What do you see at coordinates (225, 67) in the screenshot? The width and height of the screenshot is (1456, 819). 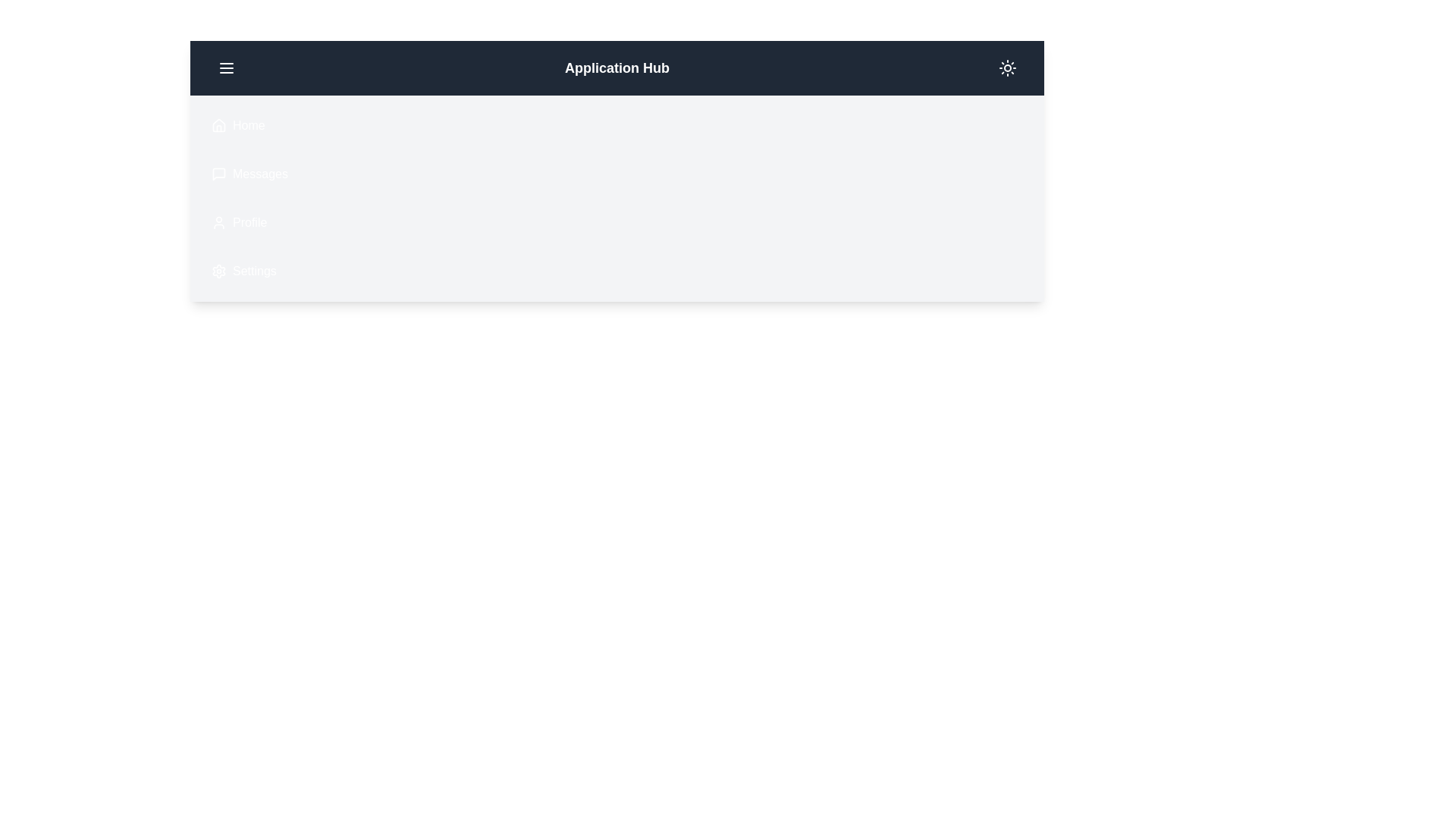 I see `the menu toggle button to toggle the menu visibility` at bounding box center [225, 67].